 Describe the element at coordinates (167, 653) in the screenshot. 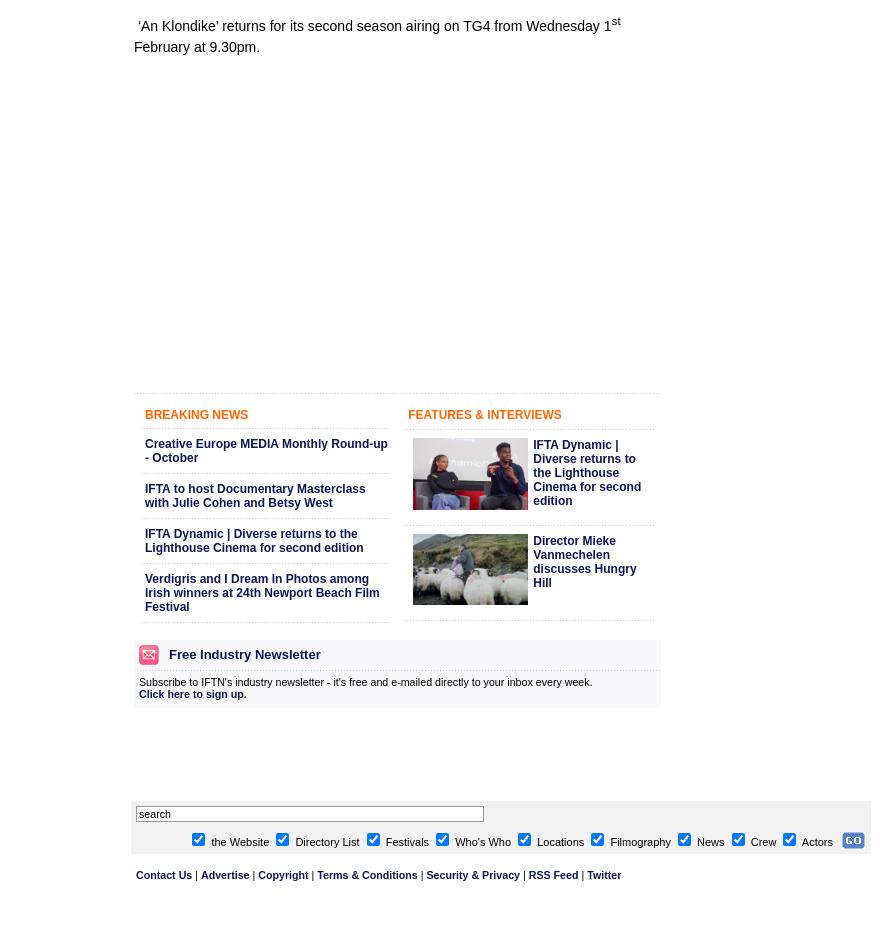

I see `'Free Industry Newsletter'` at that location.